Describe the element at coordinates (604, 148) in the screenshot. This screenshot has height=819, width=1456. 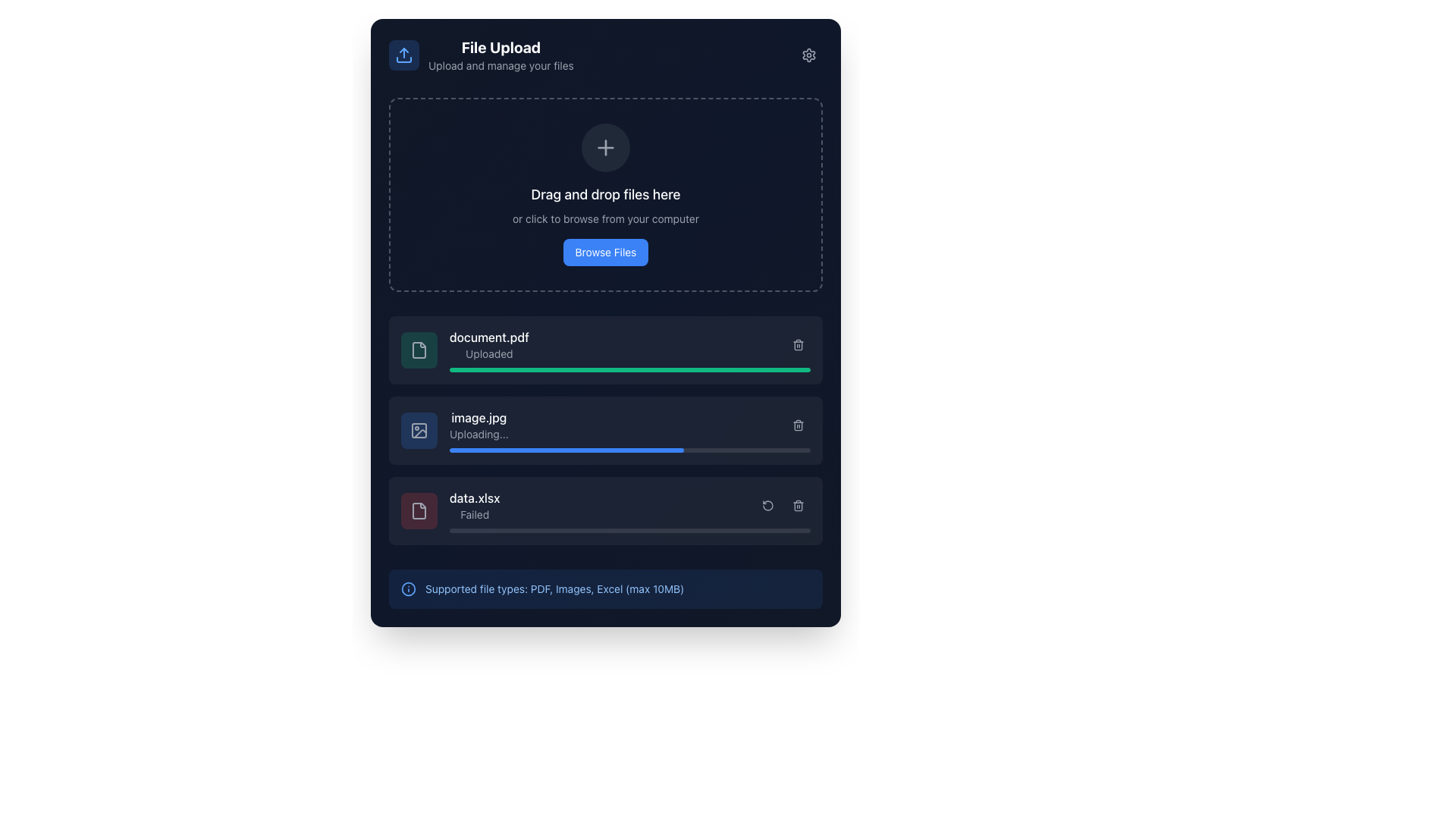
I see `the decorative icon located centrally within the drag-and-drop area, which prompts users to drop files into the designated area` at that location.